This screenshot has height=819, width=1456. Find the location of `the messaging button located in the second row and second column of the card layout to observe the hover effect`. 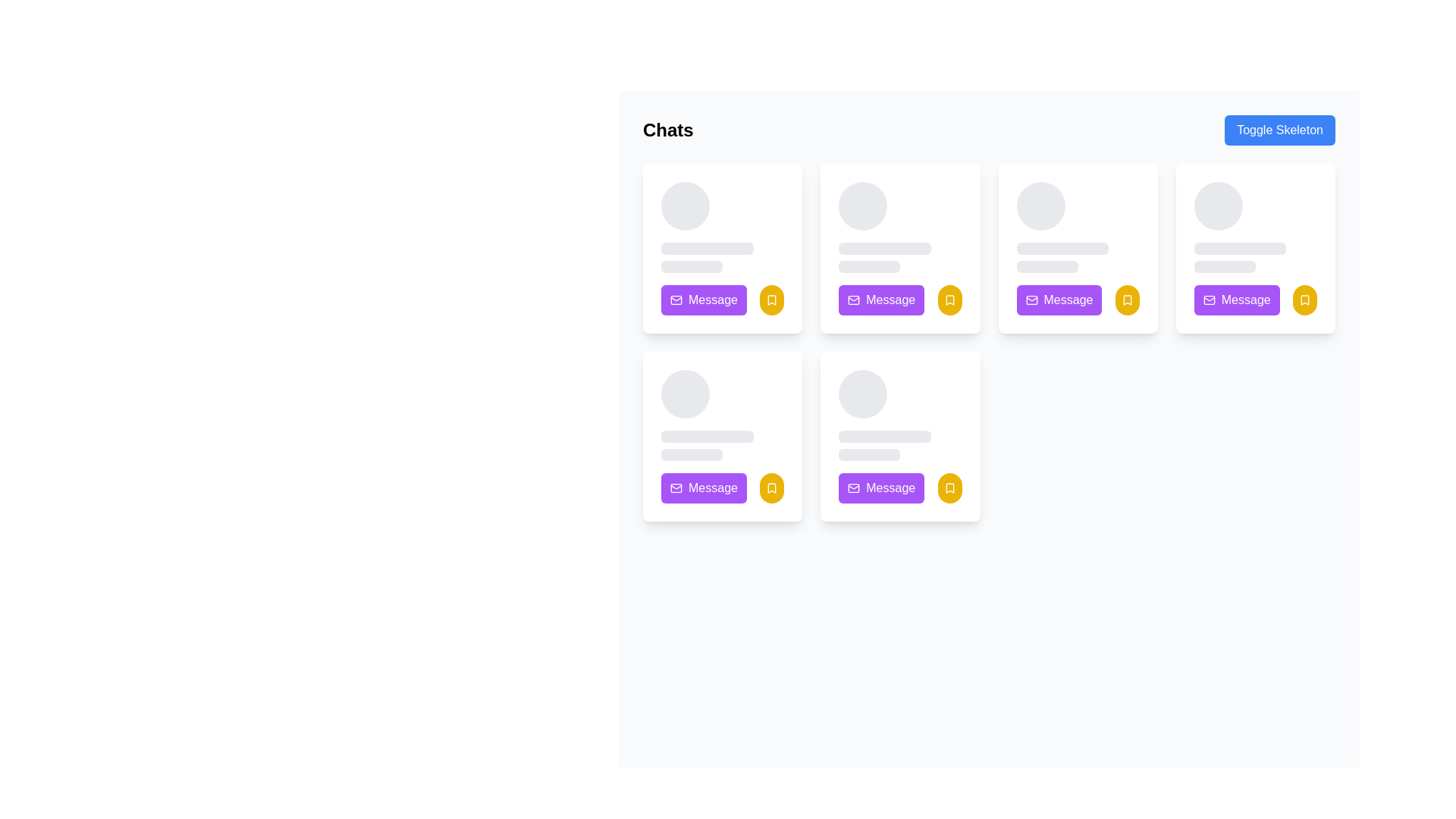

the messaging button located in the second row and second column of the card layout to observe the hover effect is located at coordinates (722, 488).